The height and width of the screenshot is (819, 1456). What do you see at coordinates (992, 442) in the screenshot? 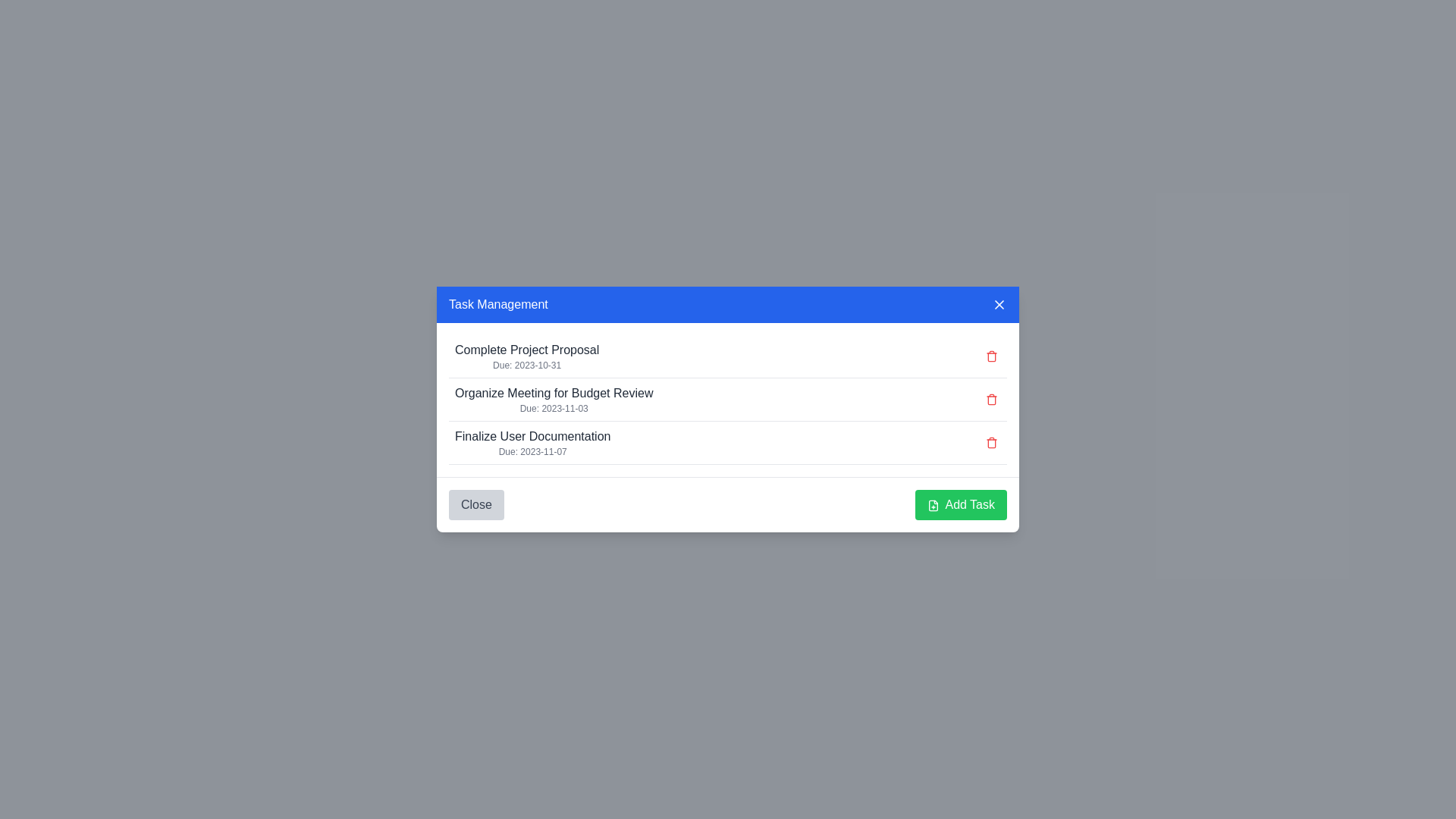
I see `the trash icon associated with the task titled 'Finalize User Documentation' to remove it` at bounding box center [992, 442].